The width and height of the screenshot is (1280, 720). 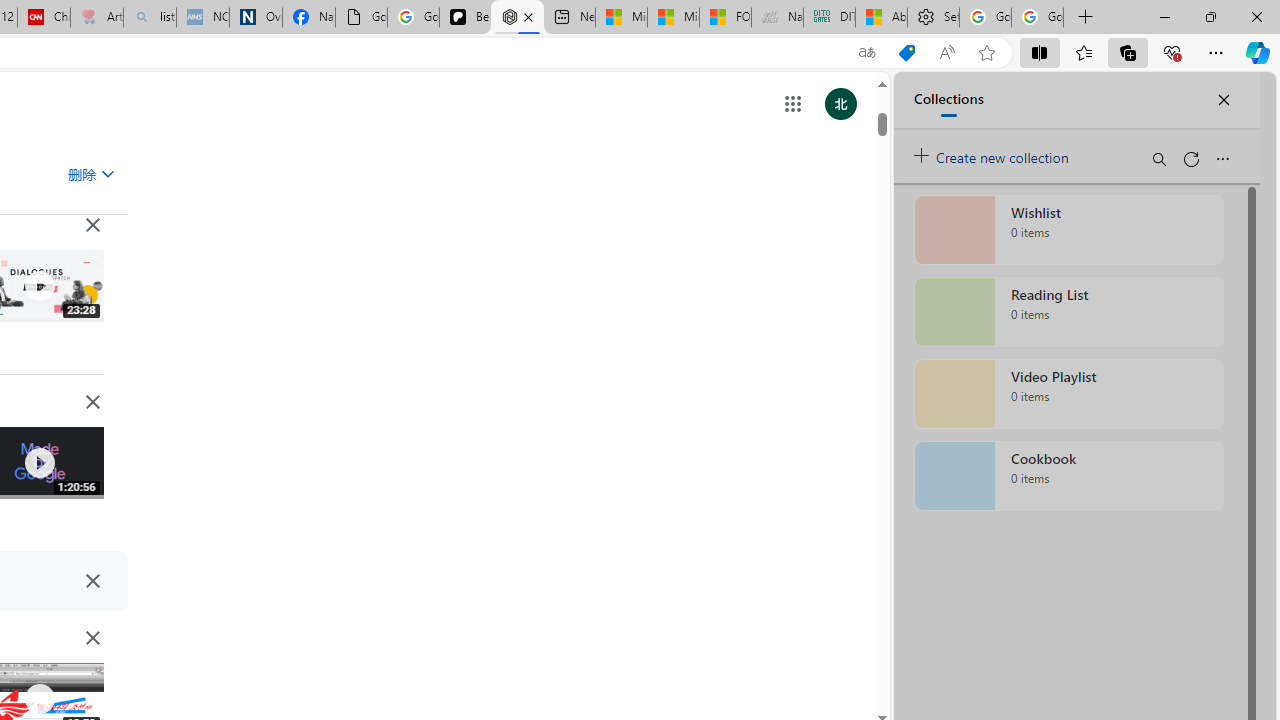 I want to click on 'Class: IVR0f NMm5M', so click(x=39, y=698).